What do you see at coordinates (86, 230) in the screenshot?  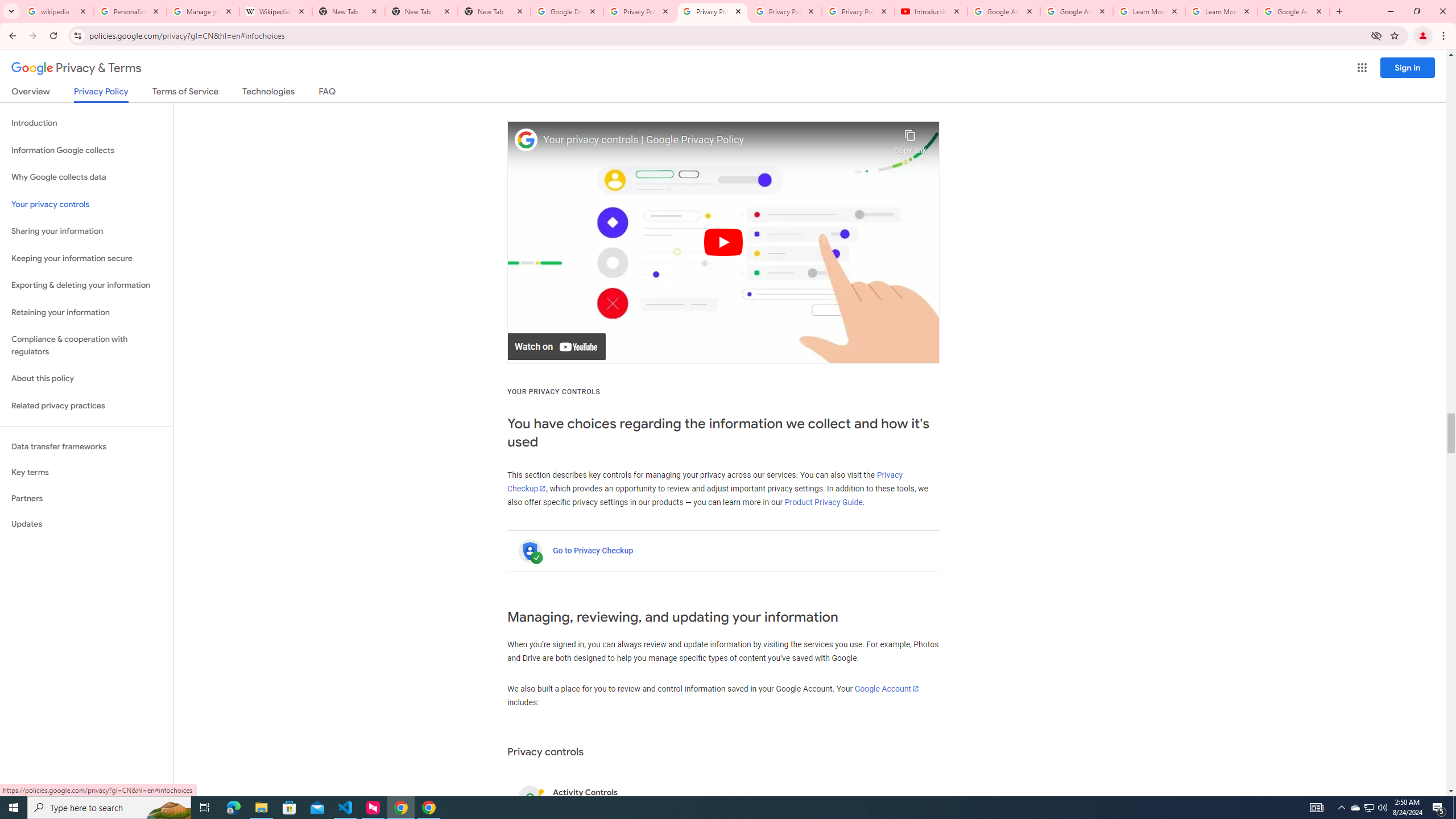 I see `'Sharing your information'` at bounding box center [86, 230].